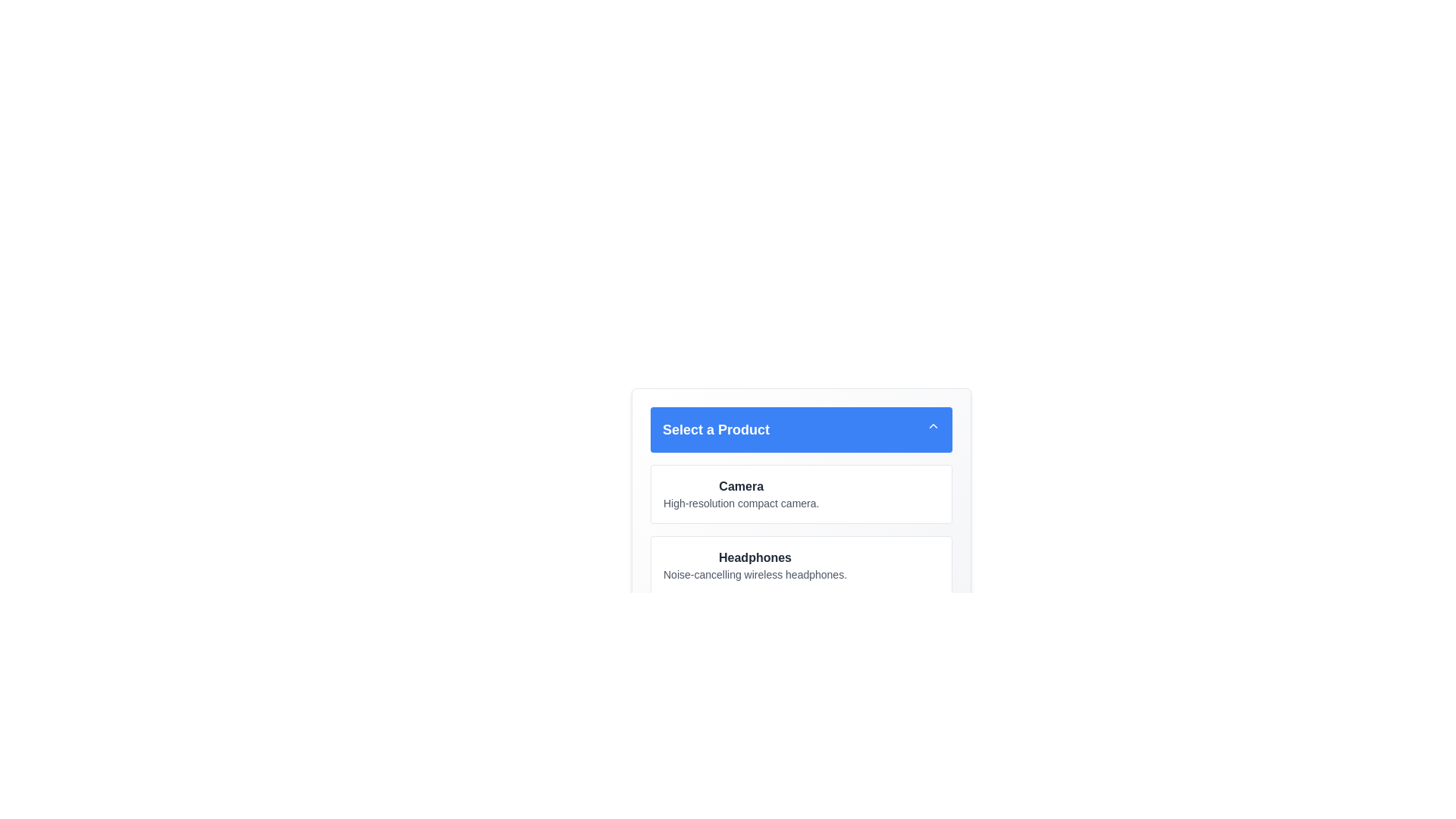  Describe the element at coordinates (932, 426) in the screenshot. I see `the small upward-pointing triangular icon located at the top-right corner of the 'Select a Product' button` at that location.